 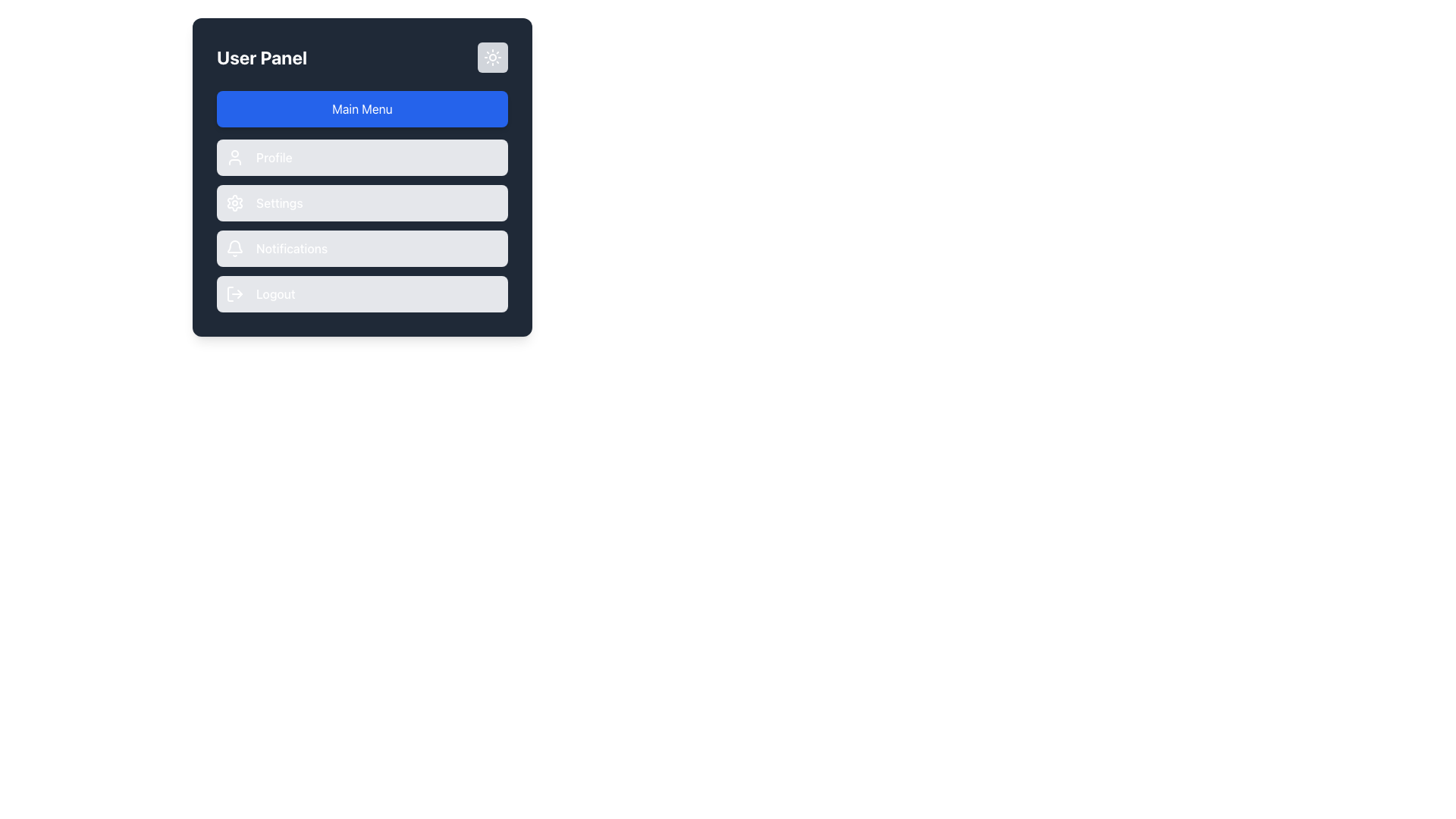 I want to click on the icon located at the top-right corner of the User Panel interface, so click(x=492, y=57).